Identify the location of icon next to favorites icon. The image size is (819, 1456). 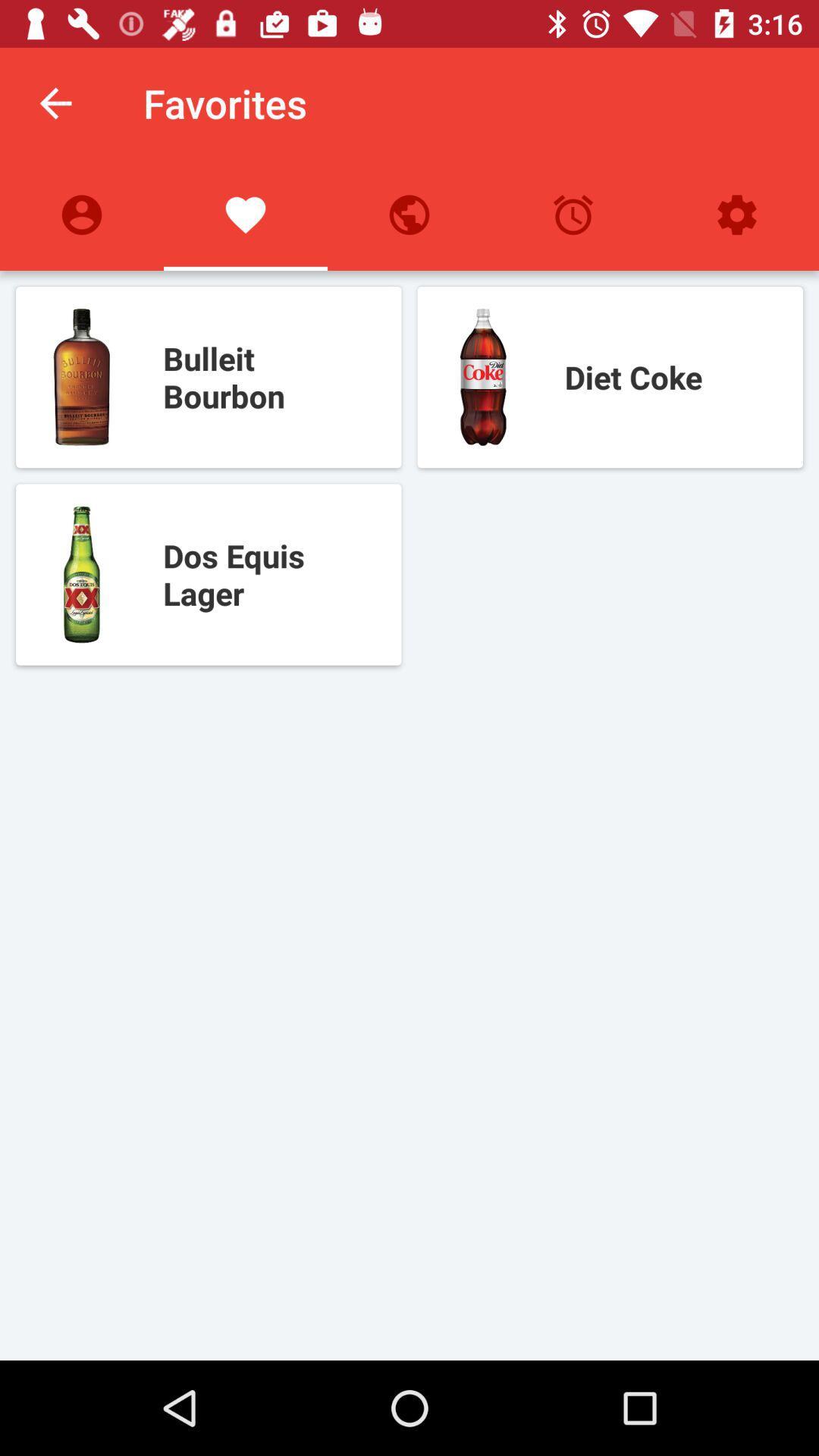
(55, 102).